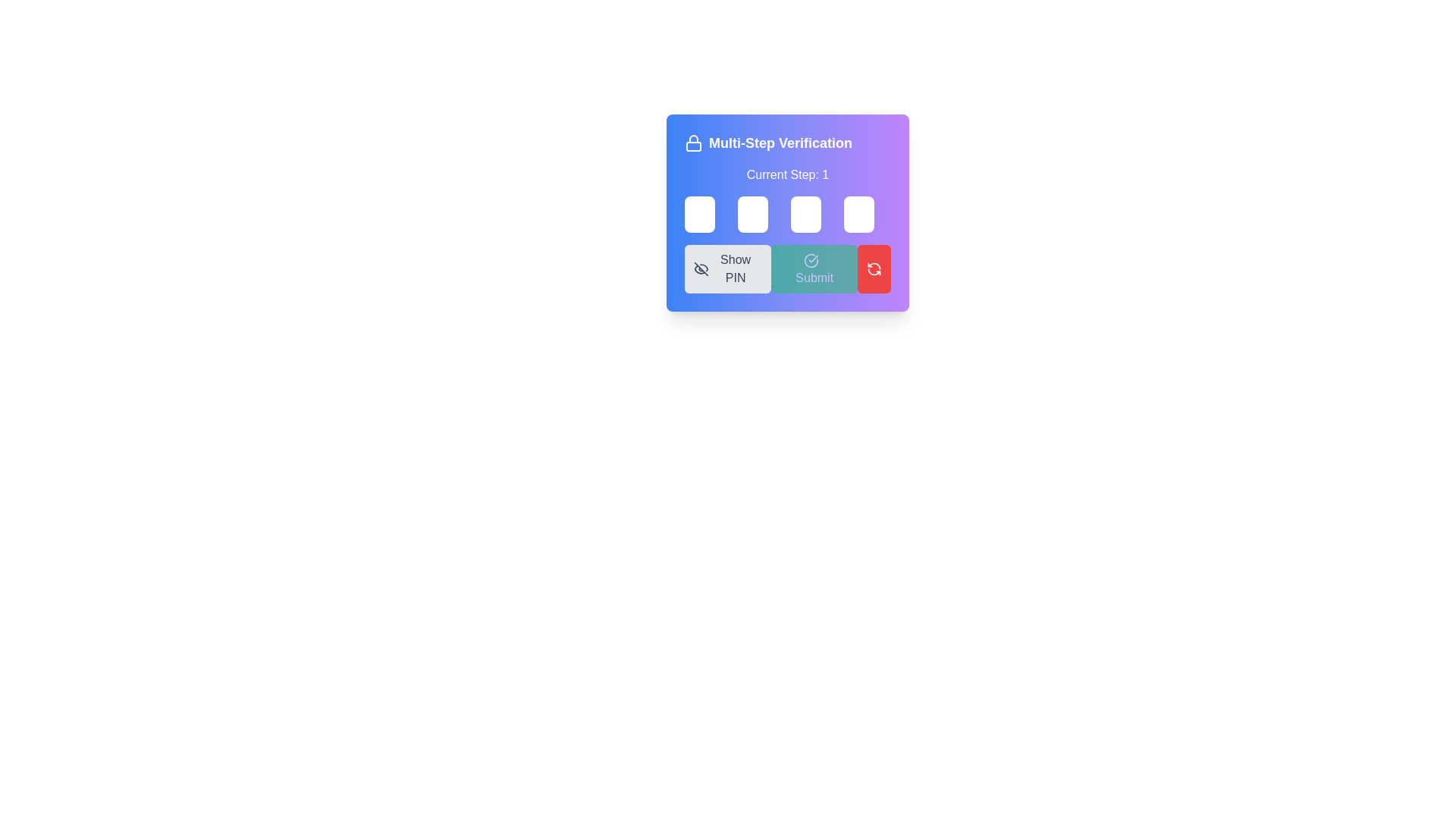  What do you see at coordinates (693, 143) in the screenshot?
I see `the 'Multi-Step Verification' icon located at the upper-left side of the panel, which symbolizes the security feature` at bounding box center [693, 143].